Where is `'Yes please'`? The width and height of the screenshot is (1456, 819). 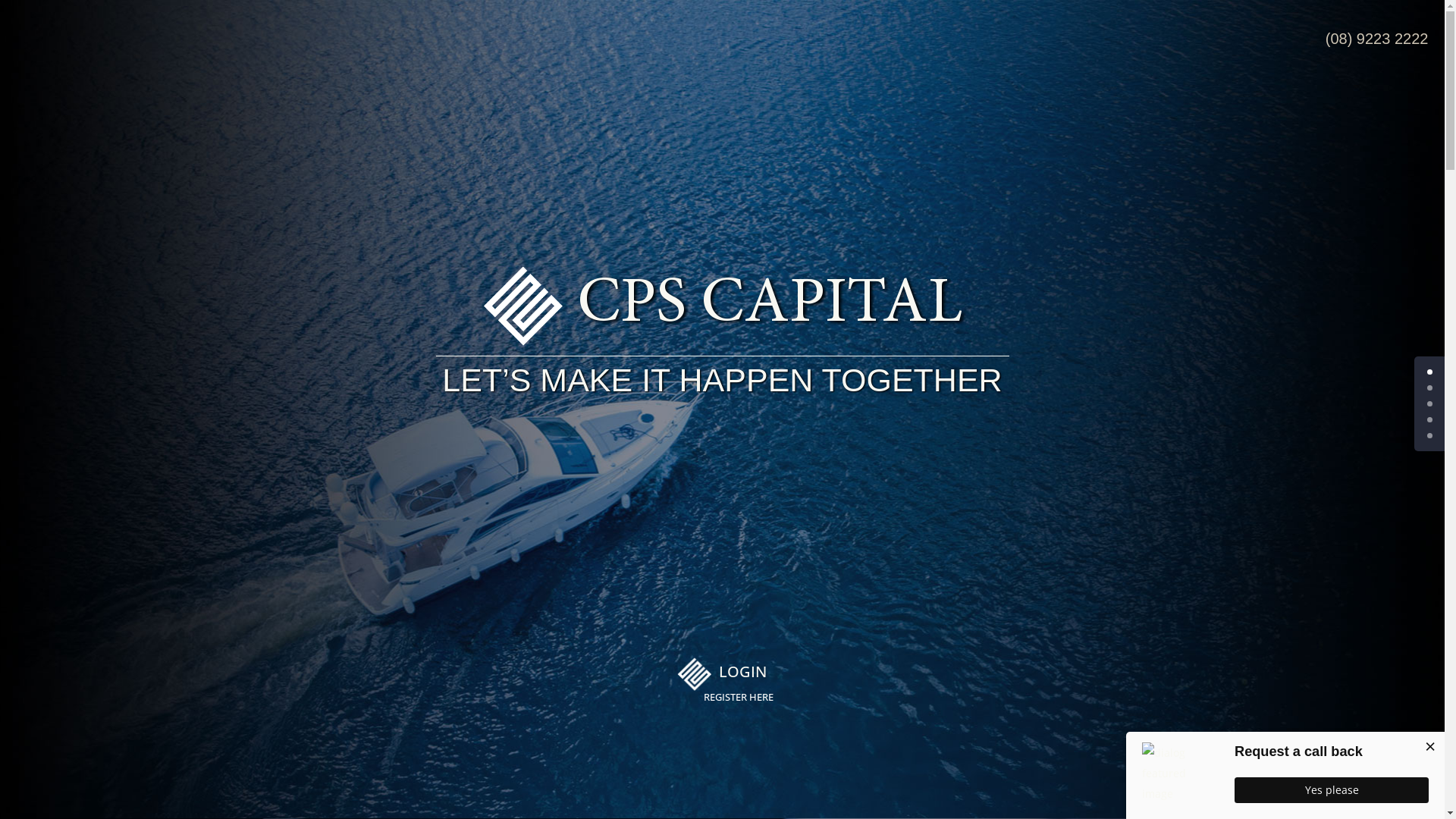 'Yes please' is located at coordinates (1331, 789).